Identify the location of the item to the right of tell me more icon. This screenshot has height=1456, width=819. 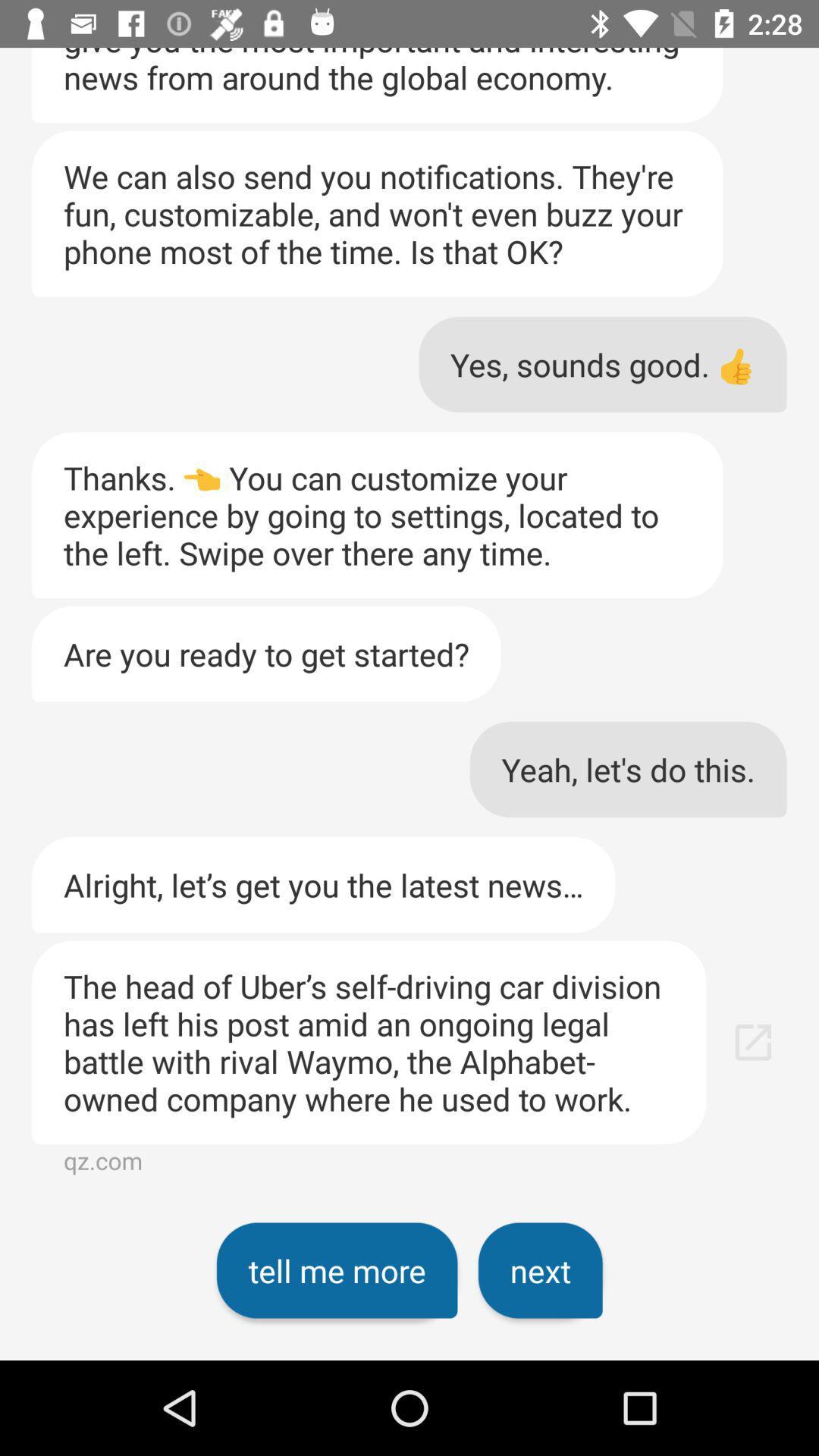
(539, 1270).